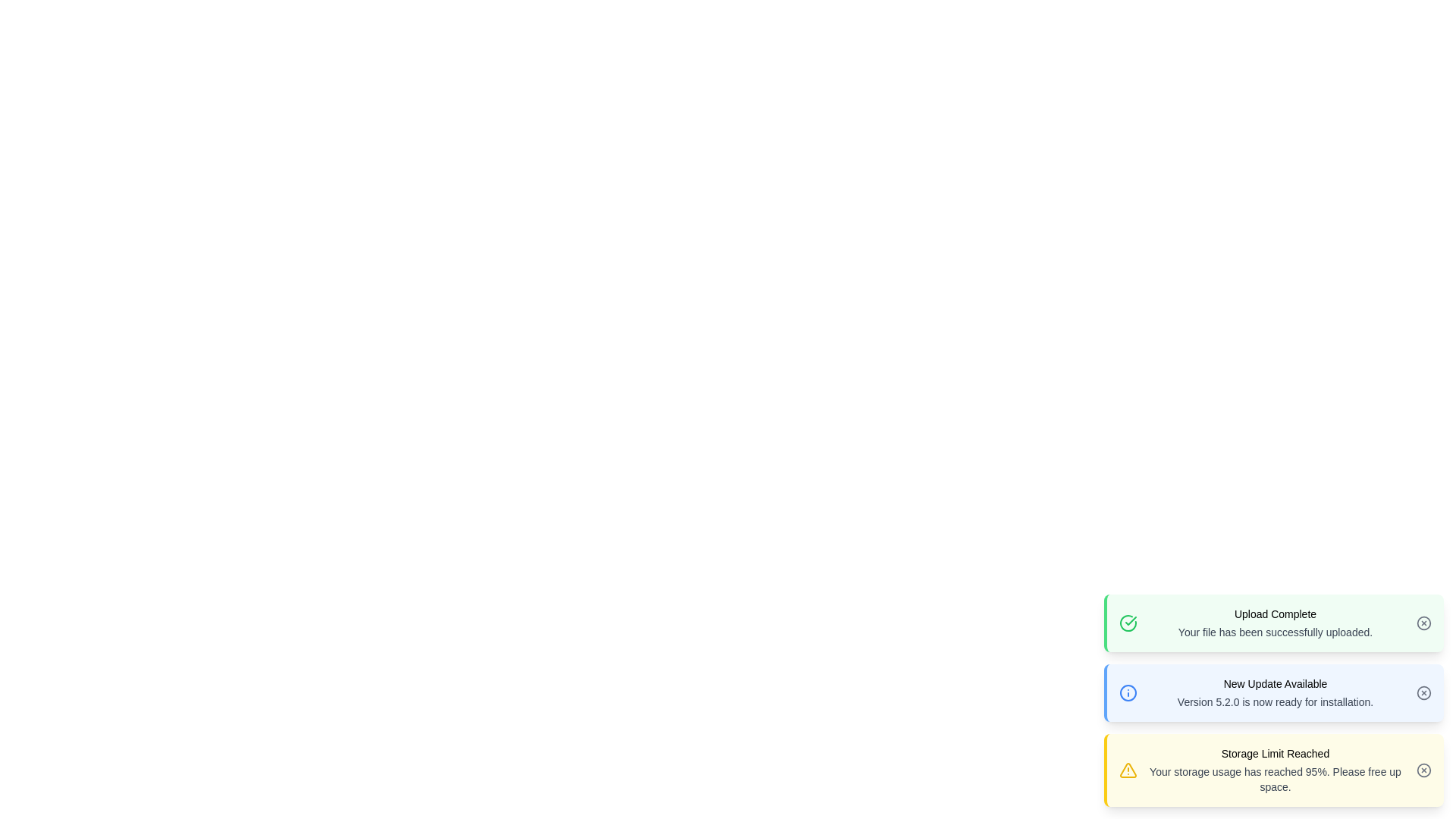  Describe the element at coordinates (1128, 770) in the screenshot. I see `the warning icon located at the left edge of the 'Storage Limit Reached' notification card, which visually indicates critical alerts to the user` at that location.